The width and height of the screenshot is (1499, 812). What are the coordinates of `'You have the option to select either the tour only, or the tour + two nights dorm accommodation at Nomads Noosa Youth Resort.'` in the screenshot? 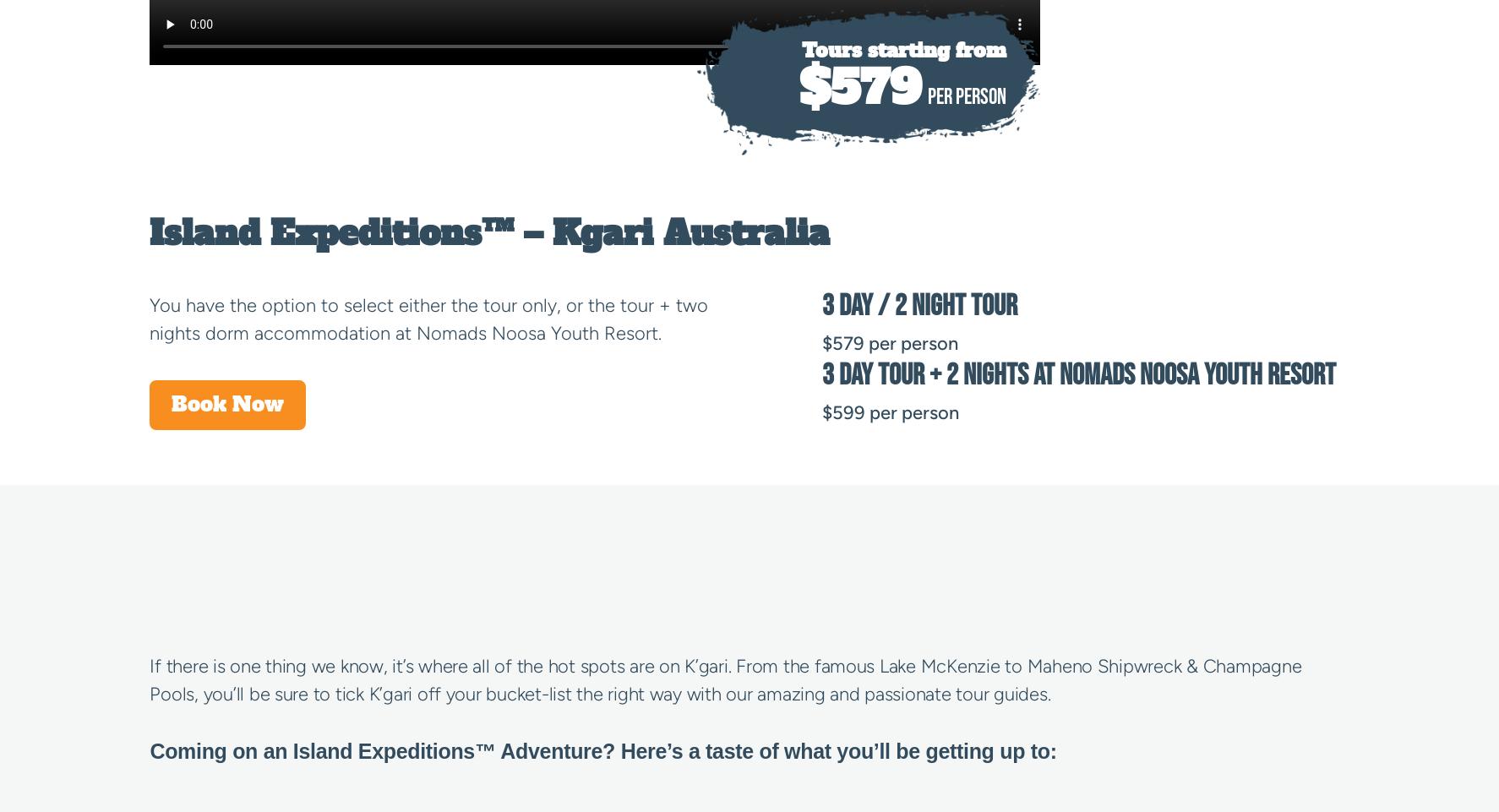 It's located at (428, 319).